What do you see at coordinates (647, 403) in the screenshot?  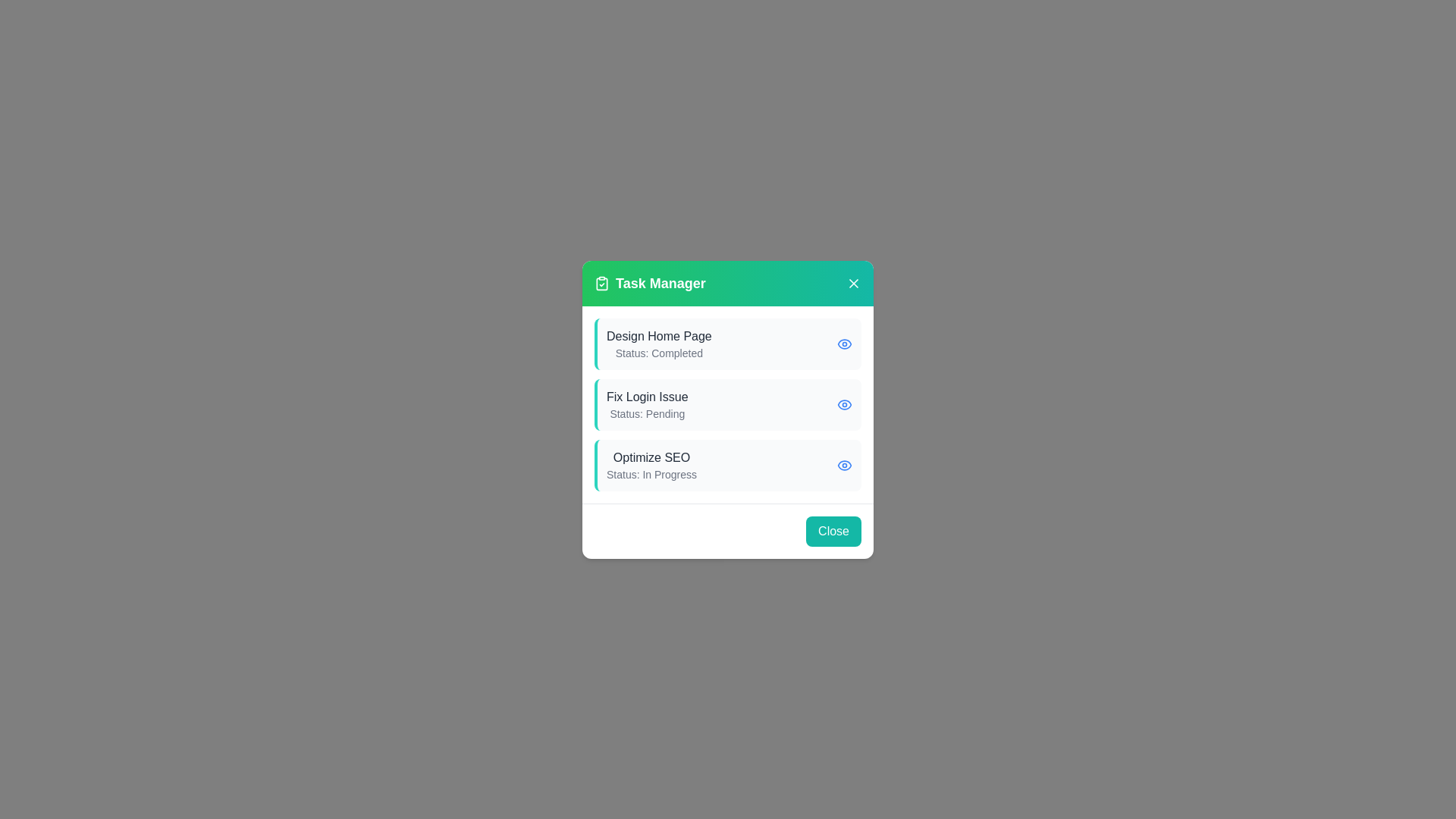 I see `the text display component that shows the task titled 'Fix Login Issue' with the status 'Pending', located within a card-like UI with a teal border and light gray background in the 'Task Manager' dialog` at bounding box center [647, 403].